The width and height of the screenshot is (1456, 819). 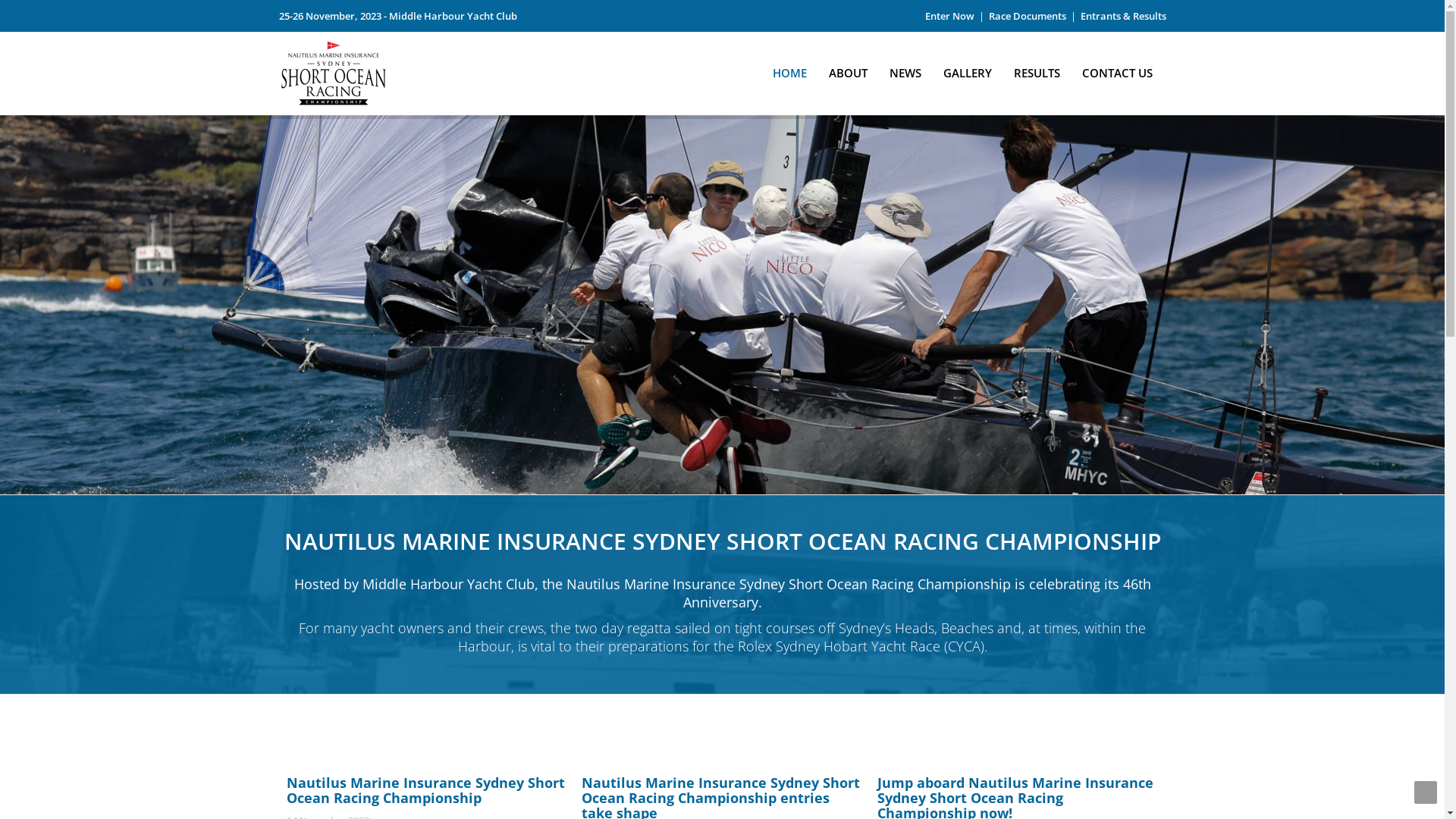 I want to click on 'GALLERY', so click(x=967, y=68).